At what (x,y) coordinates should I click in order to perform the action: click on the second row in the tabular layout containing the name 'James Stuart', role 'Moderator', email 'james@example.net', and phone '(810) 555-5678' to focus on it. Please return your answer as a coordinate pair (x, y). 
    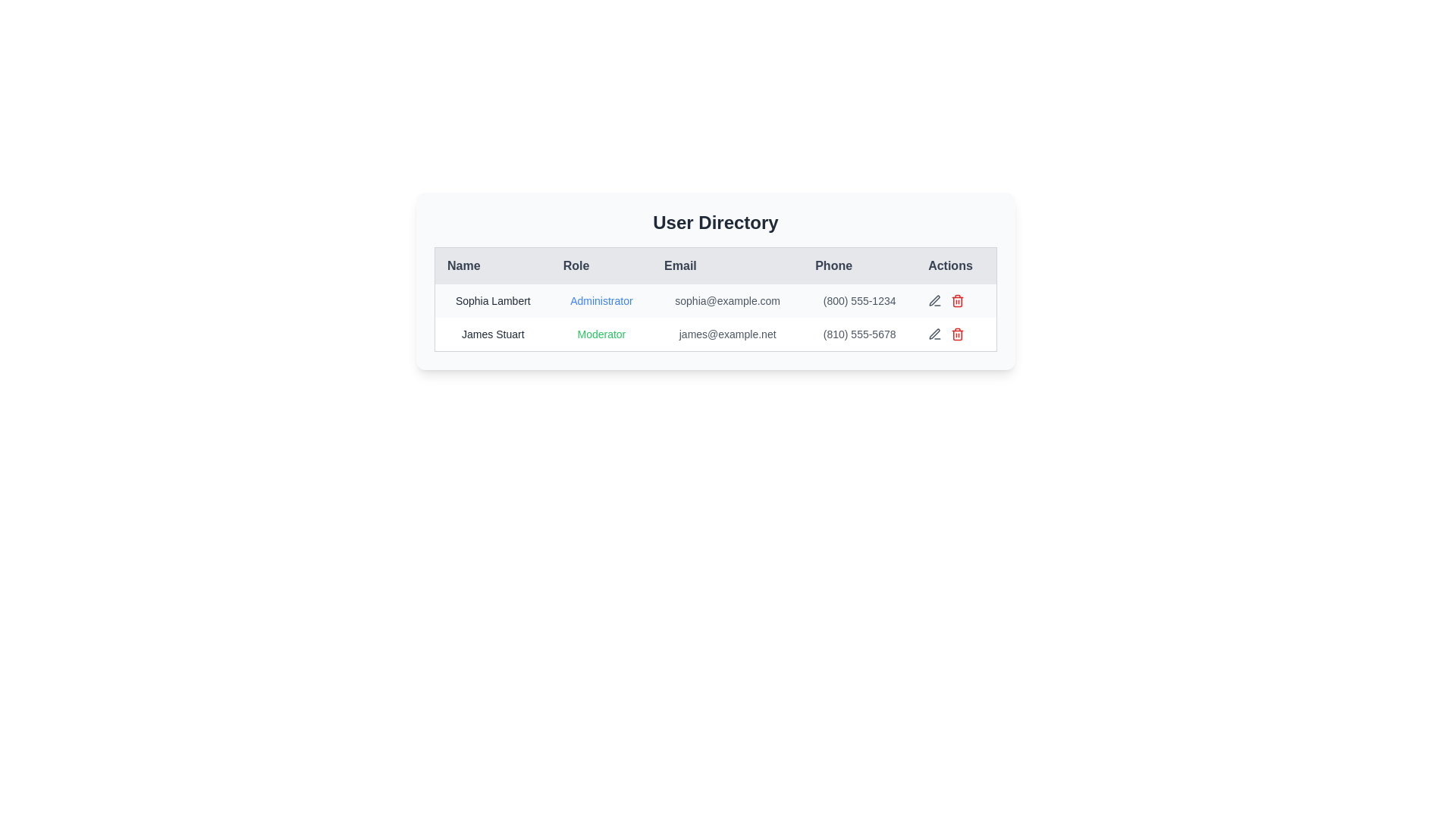
    Looking at the image, I should click on (715, 333).